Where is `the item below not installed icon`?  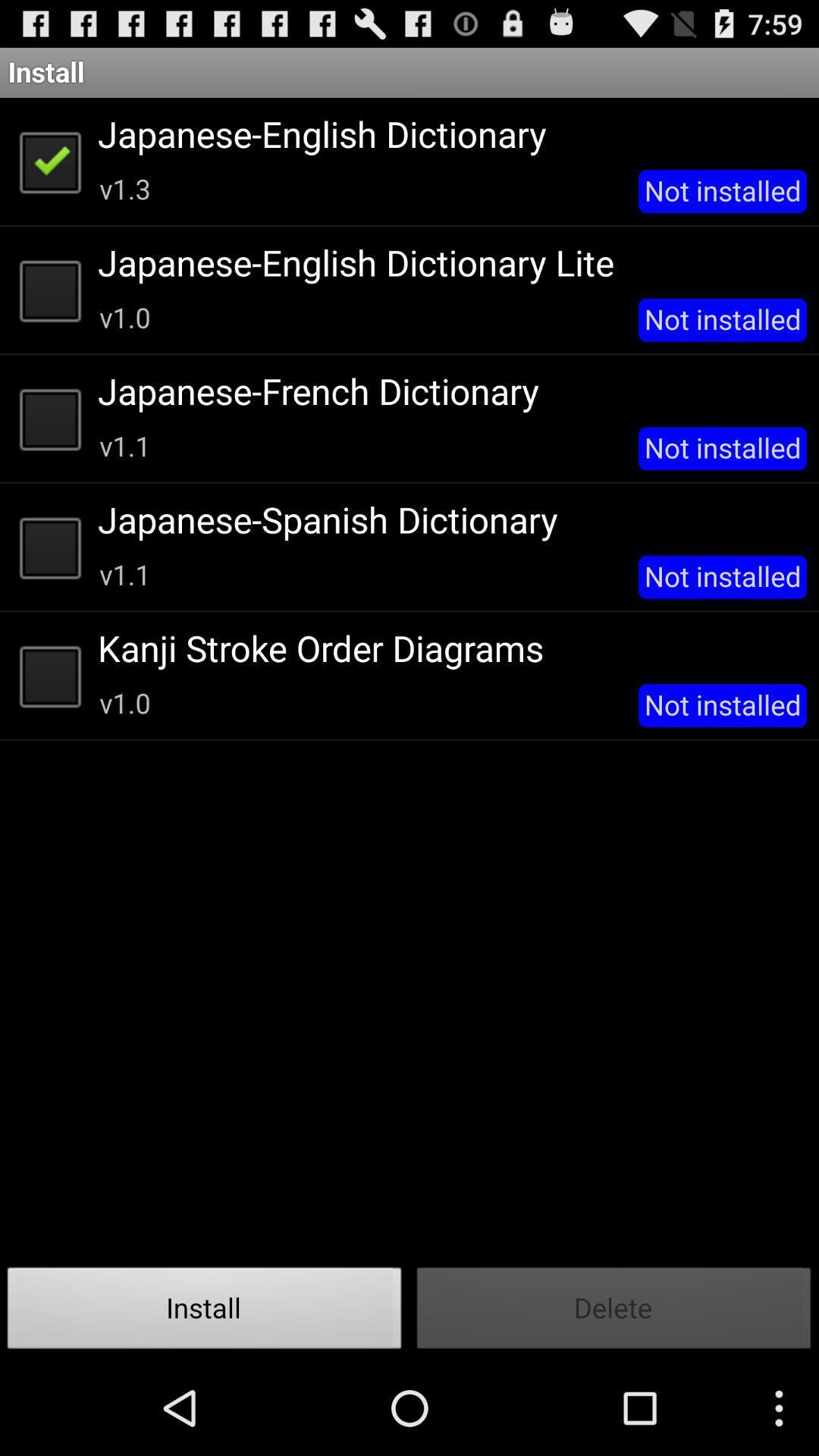 the item below not installed icon is located at coordinates (614, 1312).